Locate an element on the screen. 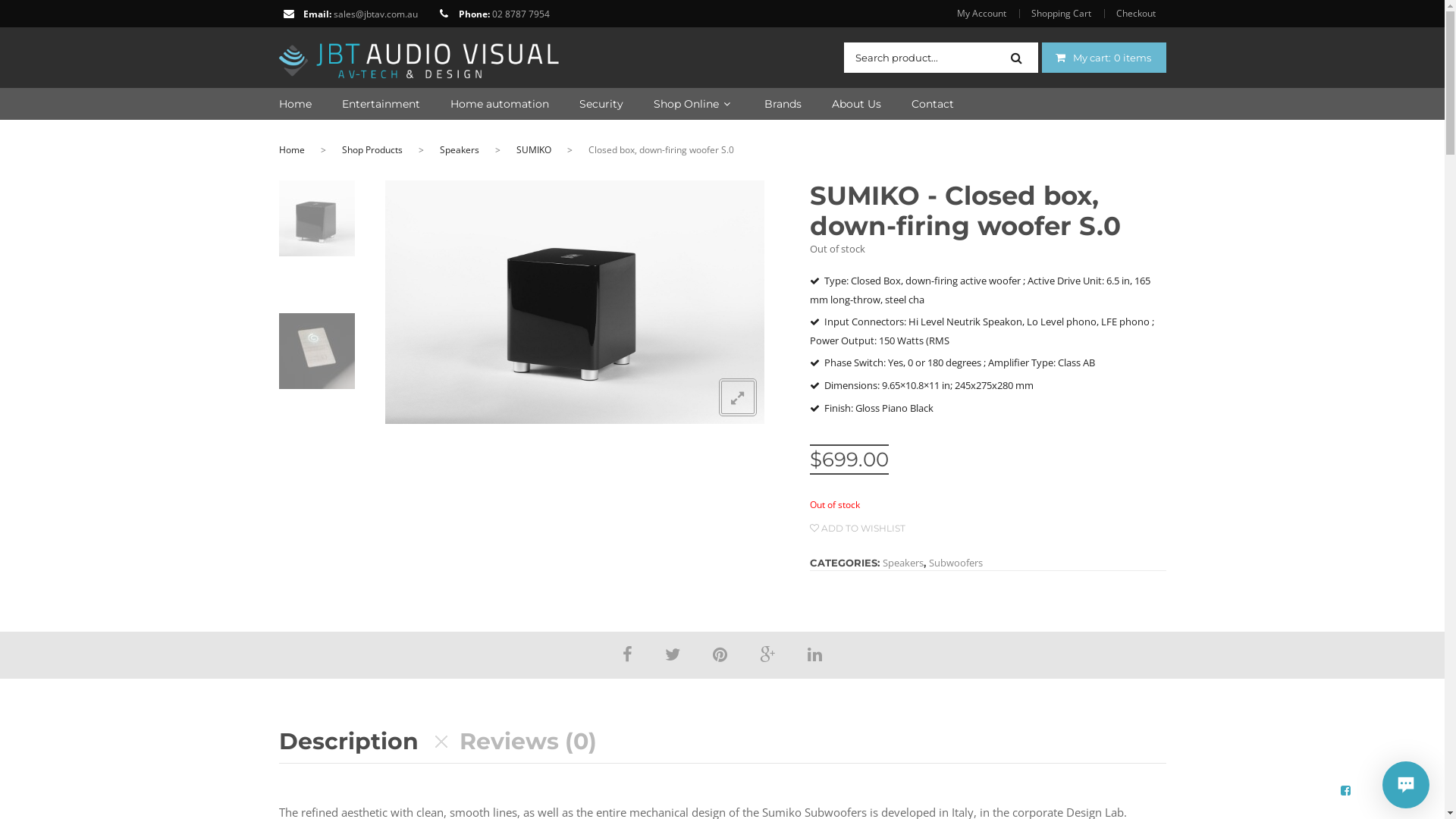 The height and width of the screenshot is (819, 1456). 'Subwoofers' is located at coordinates (954, 562).